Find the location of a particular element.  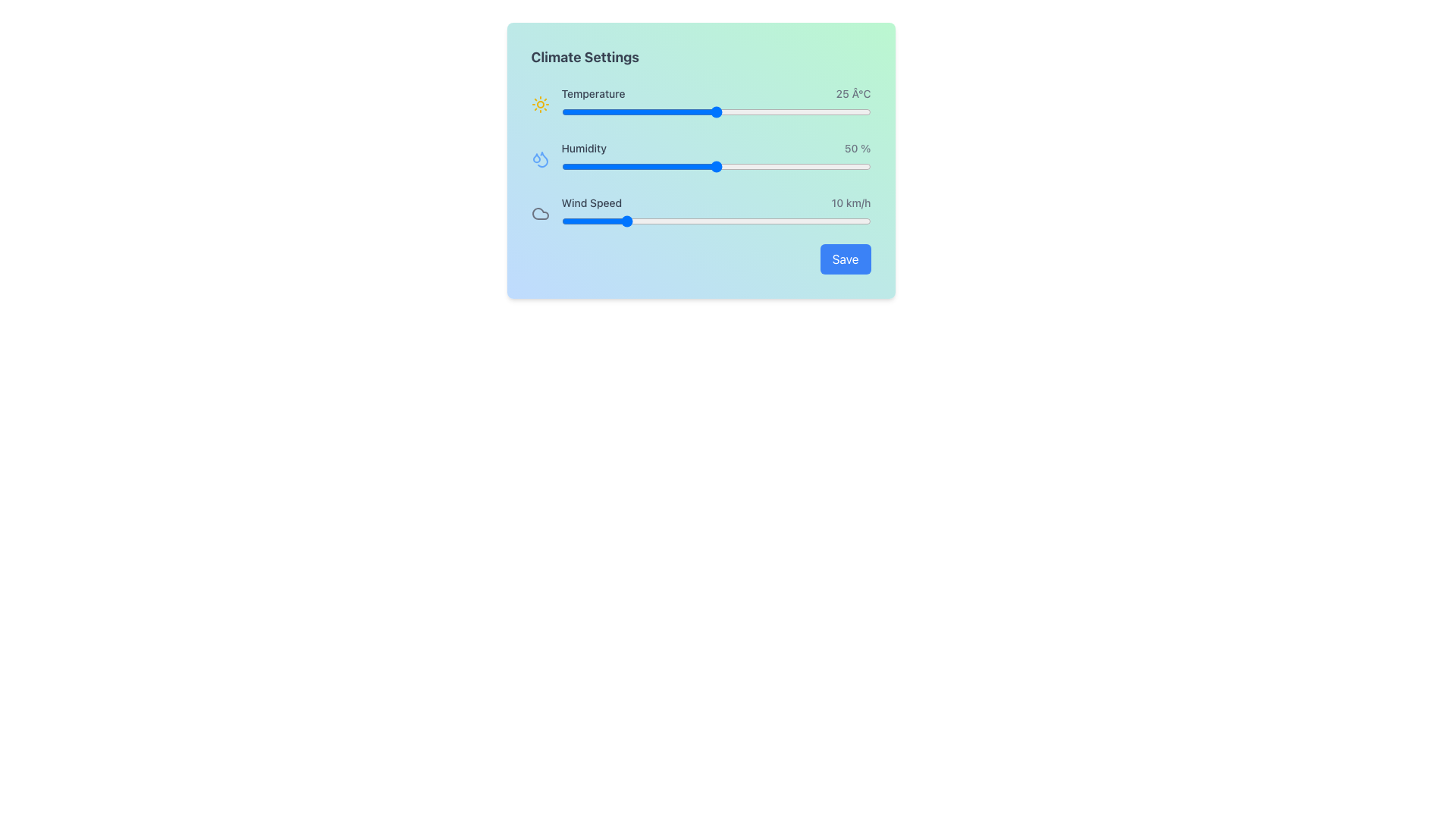

humidity is located at coordinates (620, 166).